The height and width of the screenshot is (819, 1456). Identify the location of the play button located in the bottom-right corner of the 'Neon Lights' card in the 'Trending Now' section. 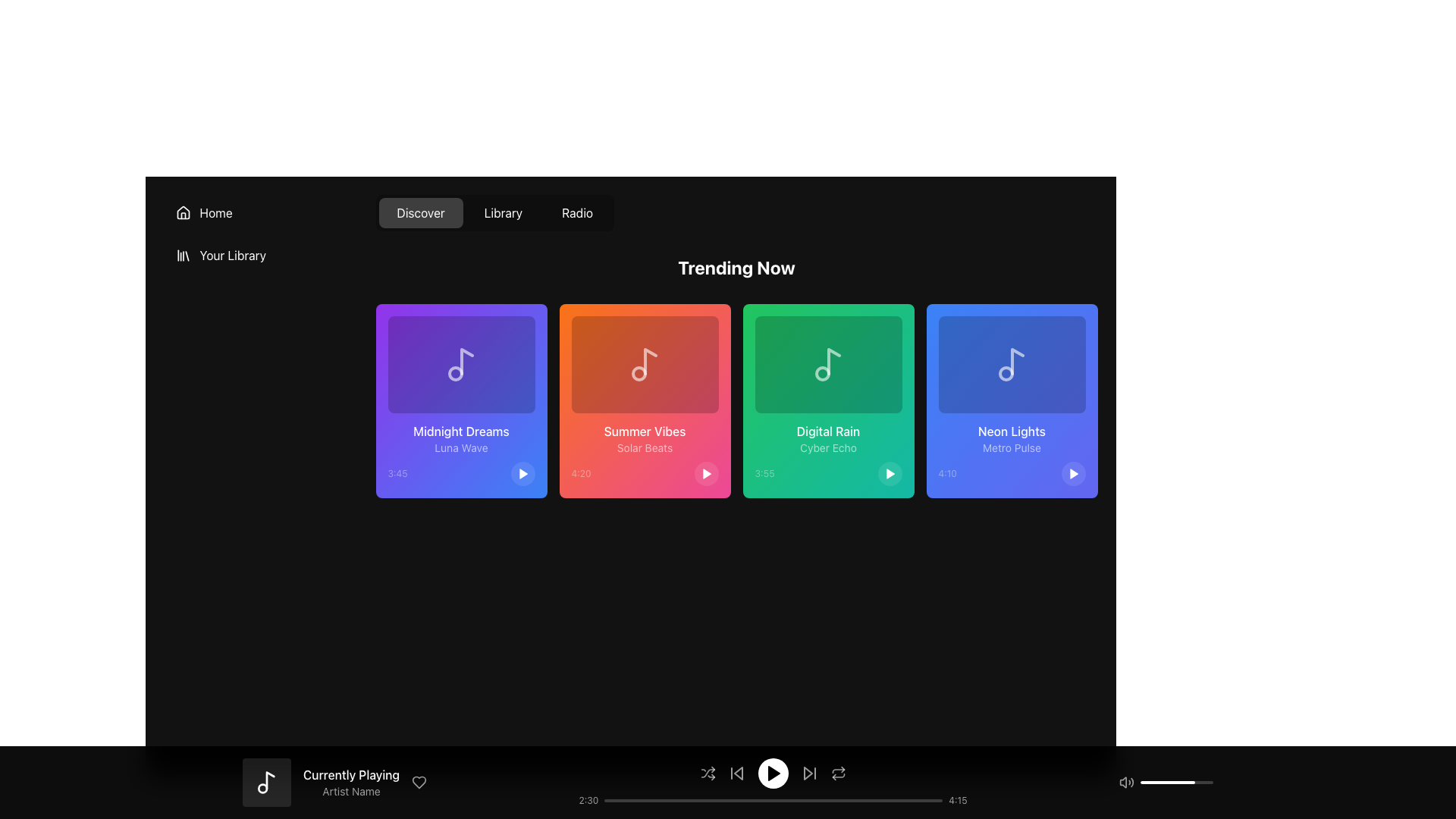
(1072, 472).